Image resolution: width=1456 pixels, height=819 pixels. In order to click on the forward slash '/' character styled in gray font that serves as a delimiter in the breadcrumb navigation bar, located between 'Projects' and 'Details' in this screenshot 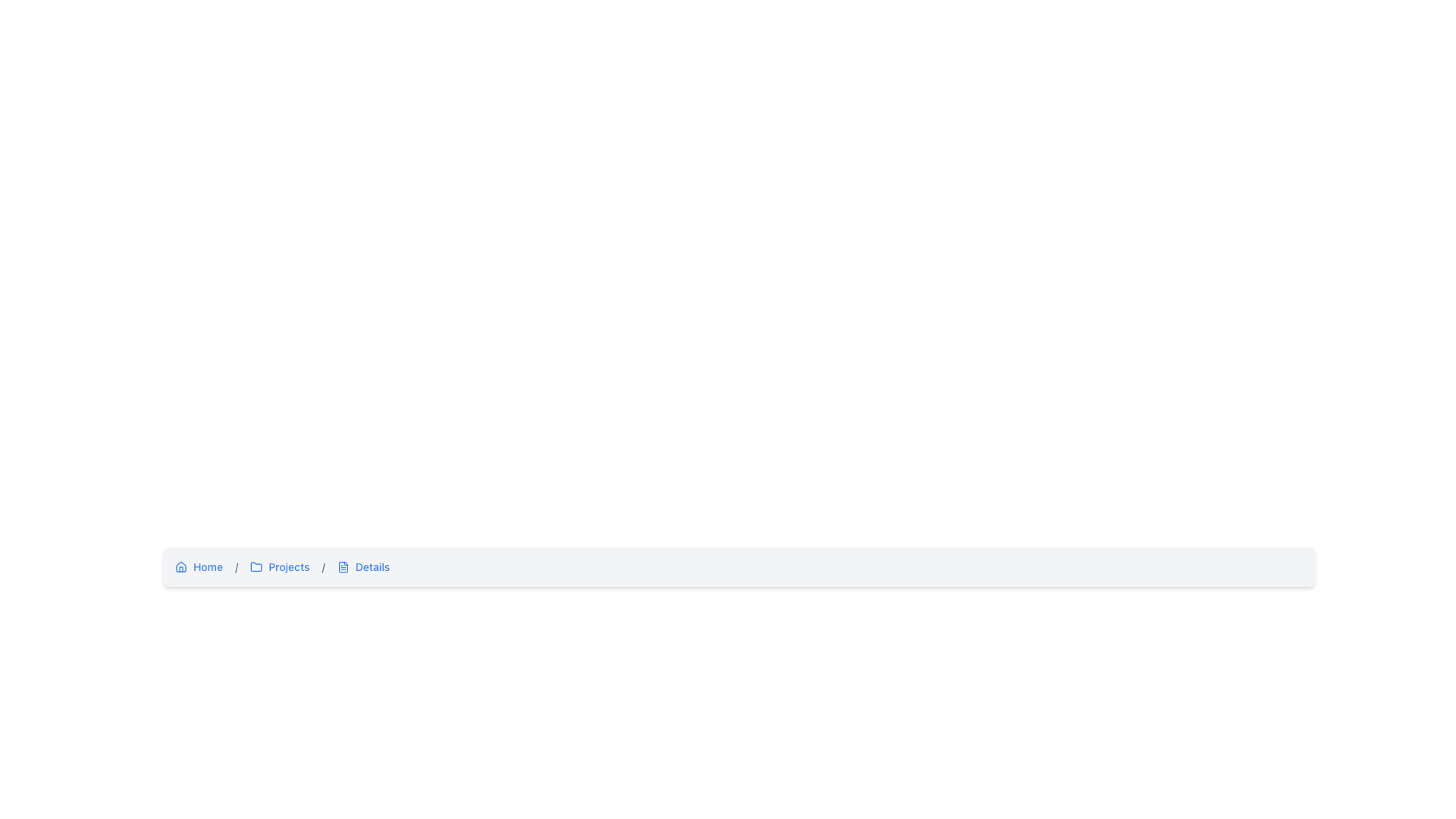, I will do `click(322, 567)`.